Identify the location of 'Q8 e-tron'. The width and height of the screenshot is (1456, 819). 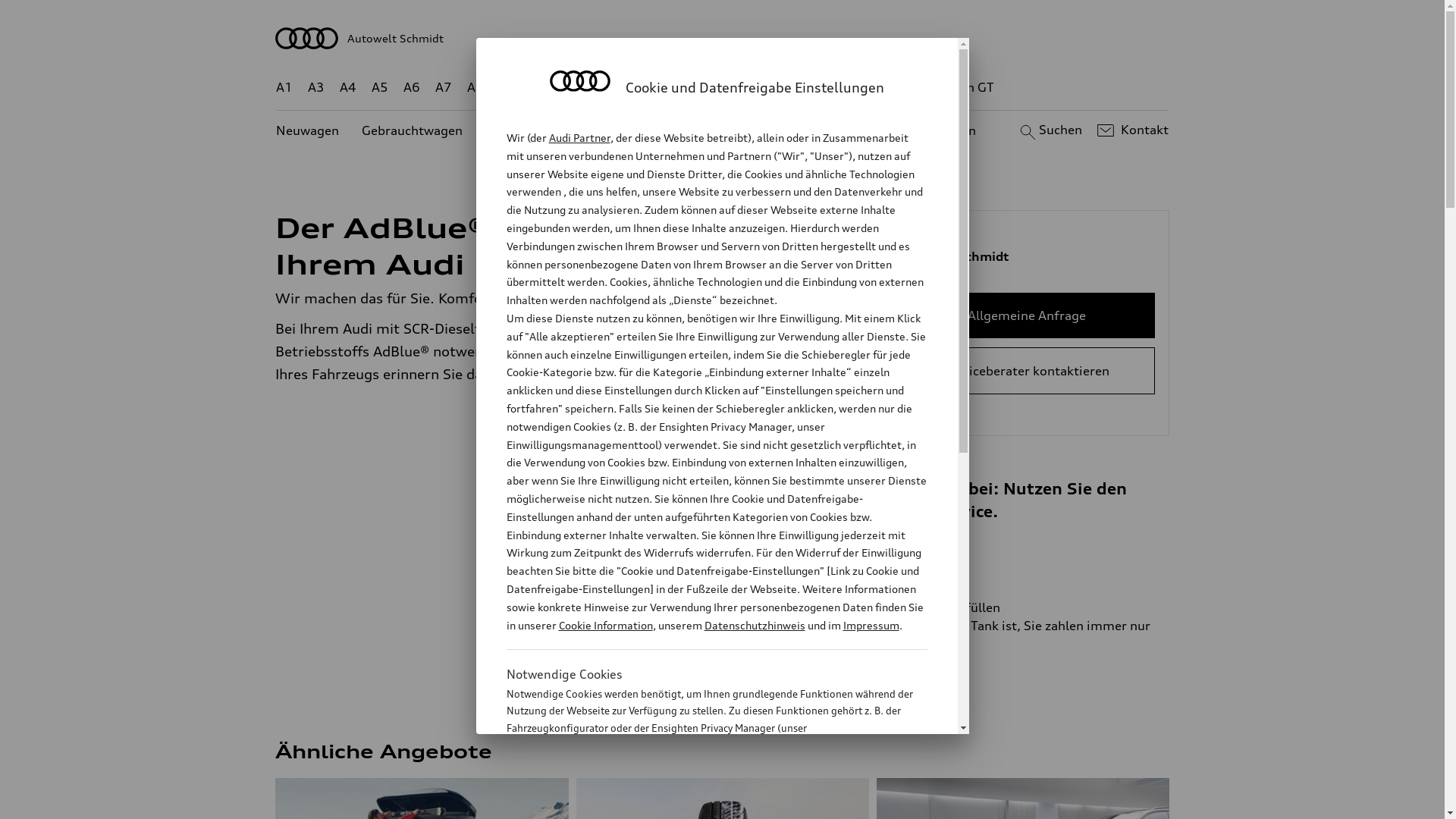
(764, 87).